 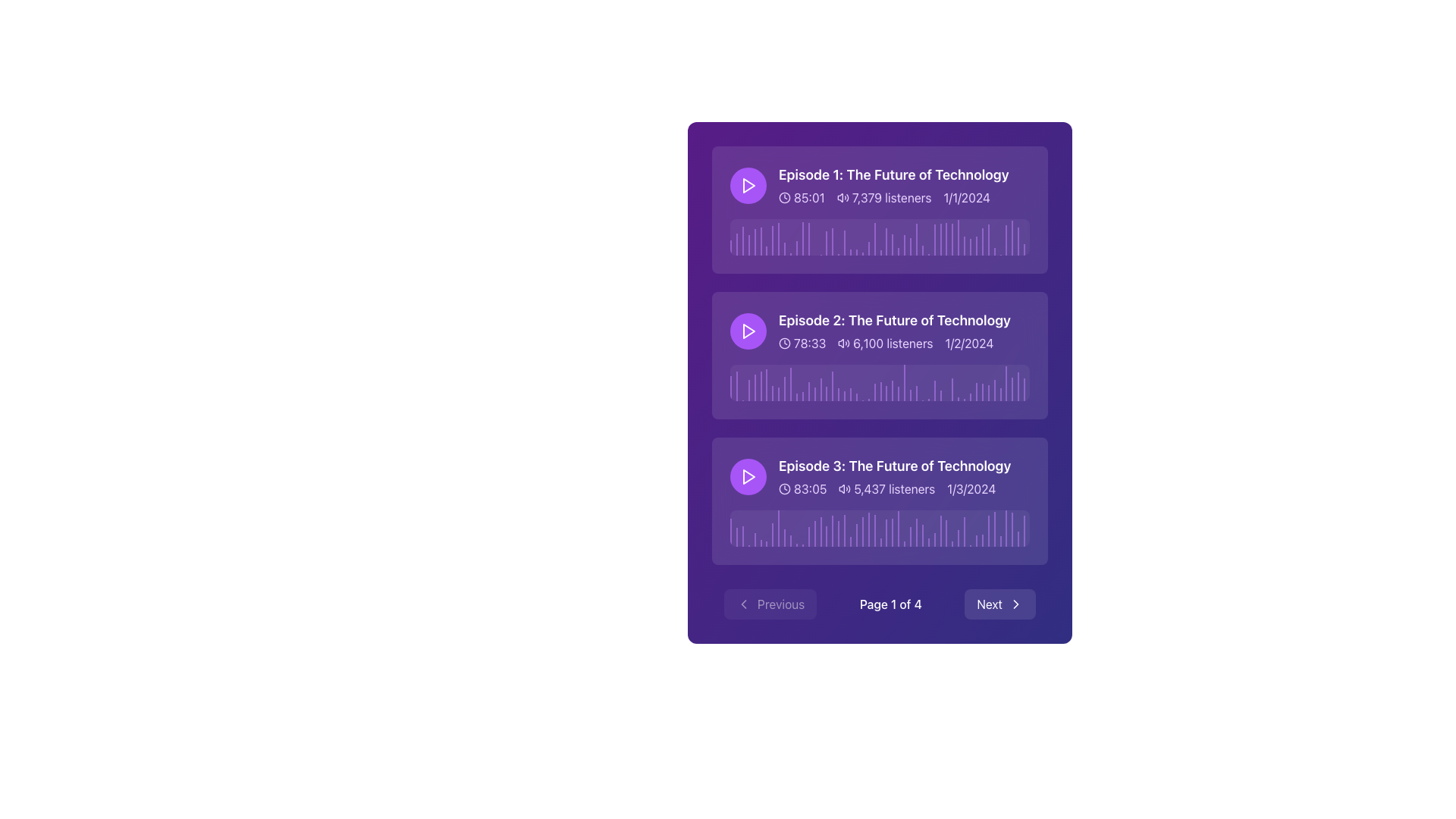 I want to click on the individual vertical bar in the audio waveform representation located under the header 'Episode 1: The Future of Technology', so click(x=921, y=249).